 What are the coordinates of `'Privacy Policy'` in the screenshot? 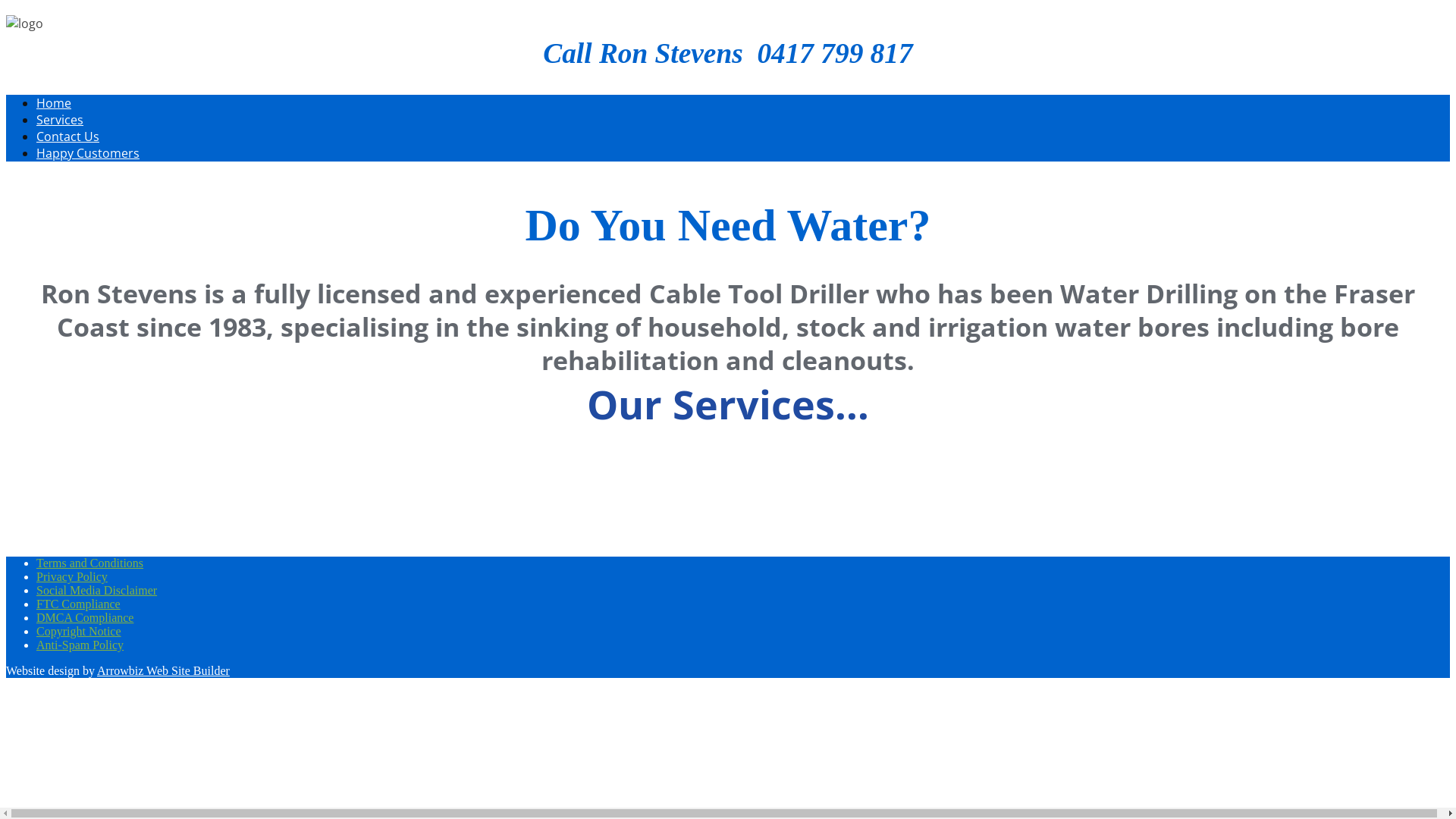 It's located at (36, 576).